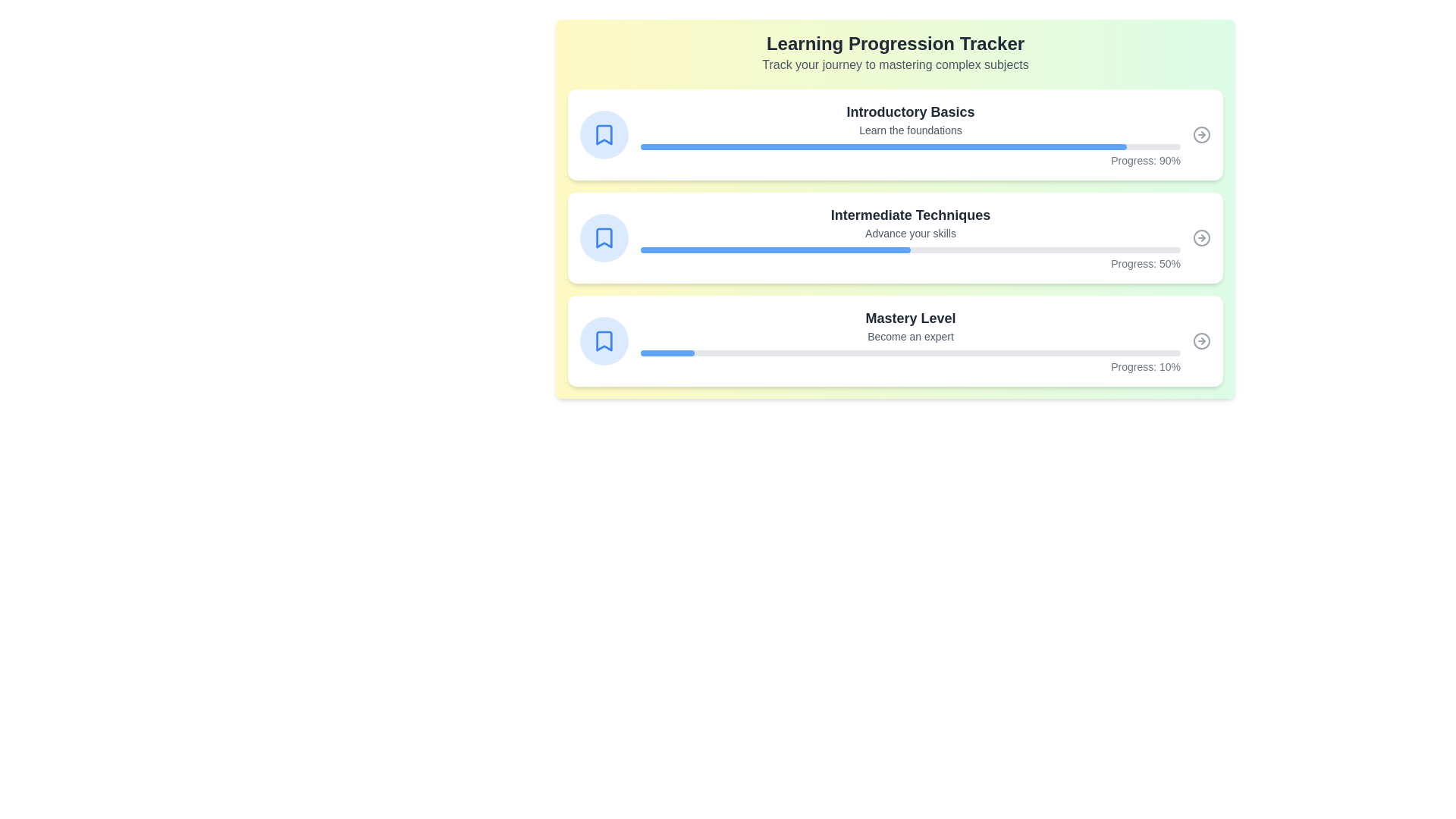 The height and width of the screenshot is (819, 1456). Describe the element at coordinates (603, 237) in the screenshot. I see `the circular badge icon button with a light blue background and a bookmark icon, located in the second row of the 'Intermediate Techniques' card` at that location.